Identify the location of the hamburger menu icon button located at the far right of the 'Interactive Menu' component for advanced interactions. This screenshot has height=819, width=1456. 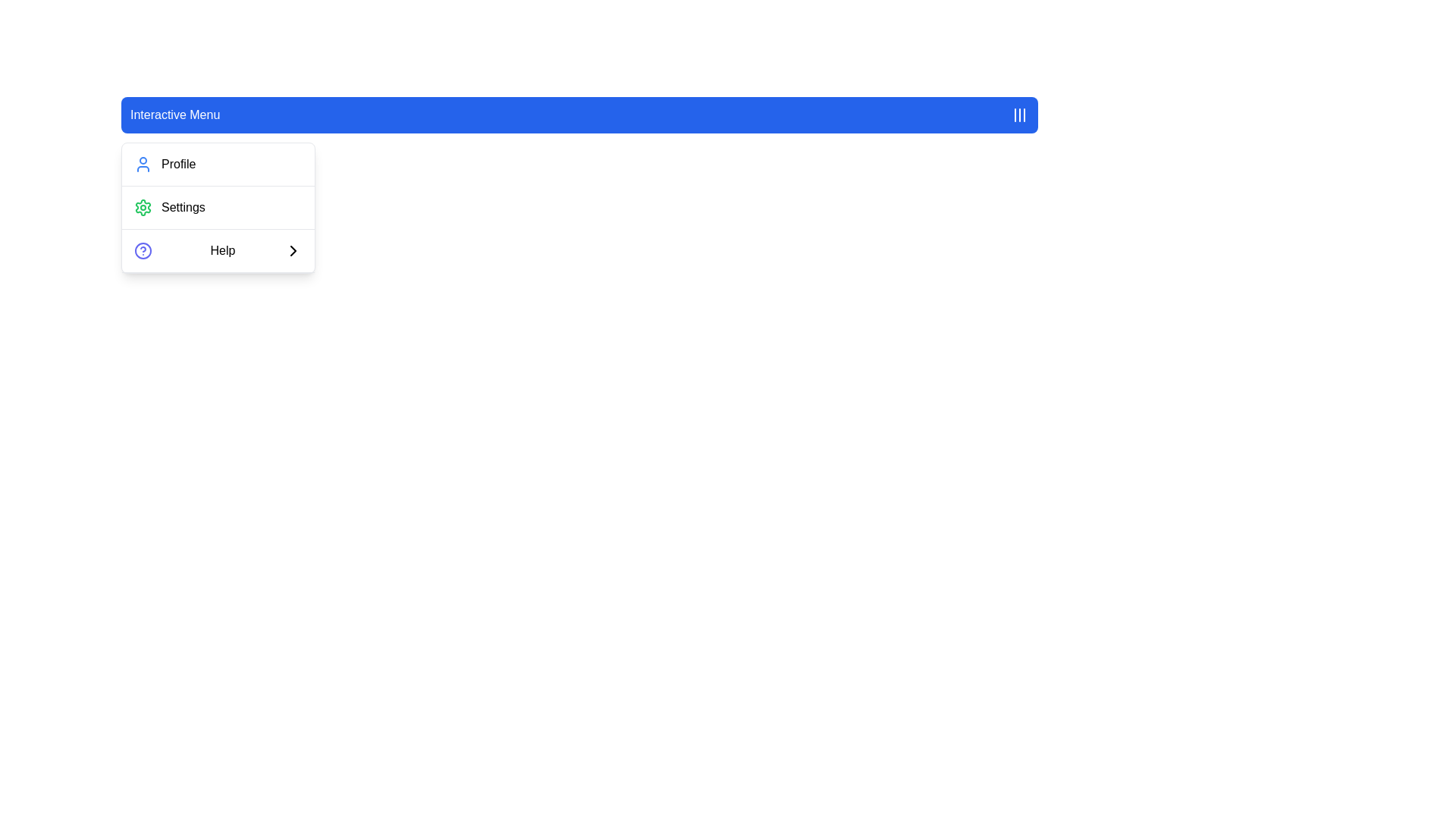
(1019, 114).